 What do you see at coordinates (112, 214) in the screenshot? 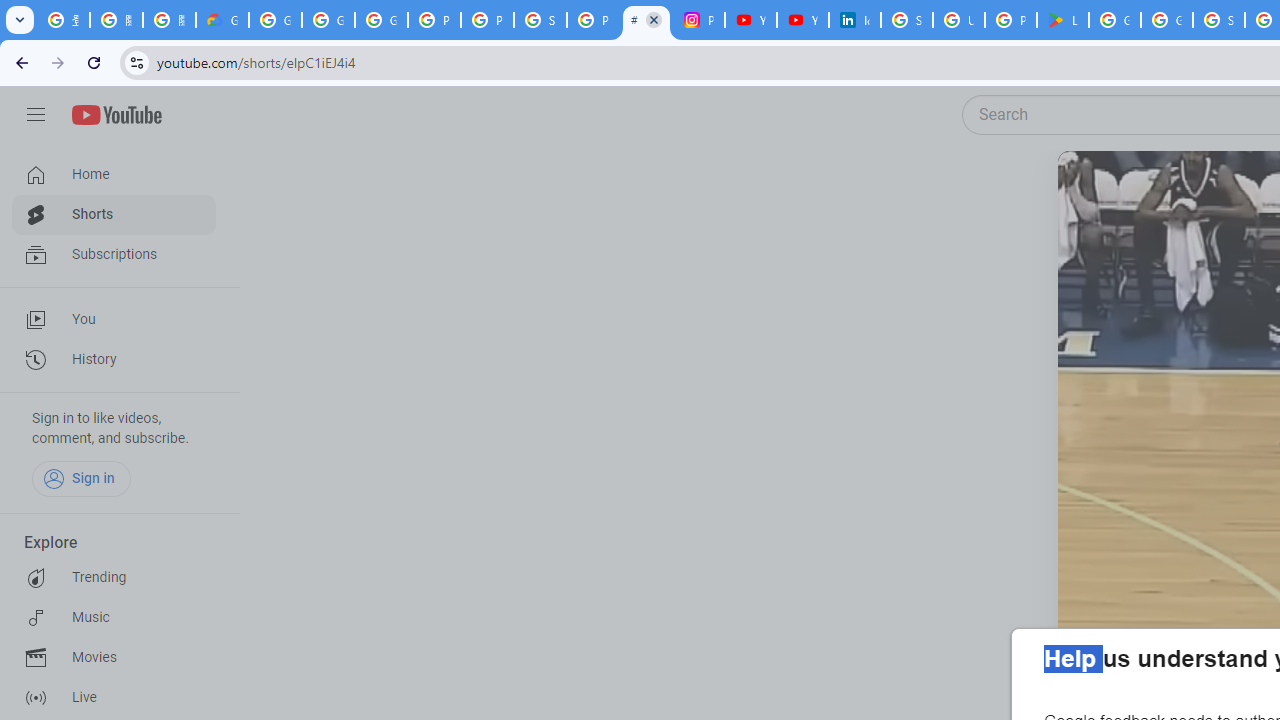
I see `'Shorts'` at bounding box center [112, 214].